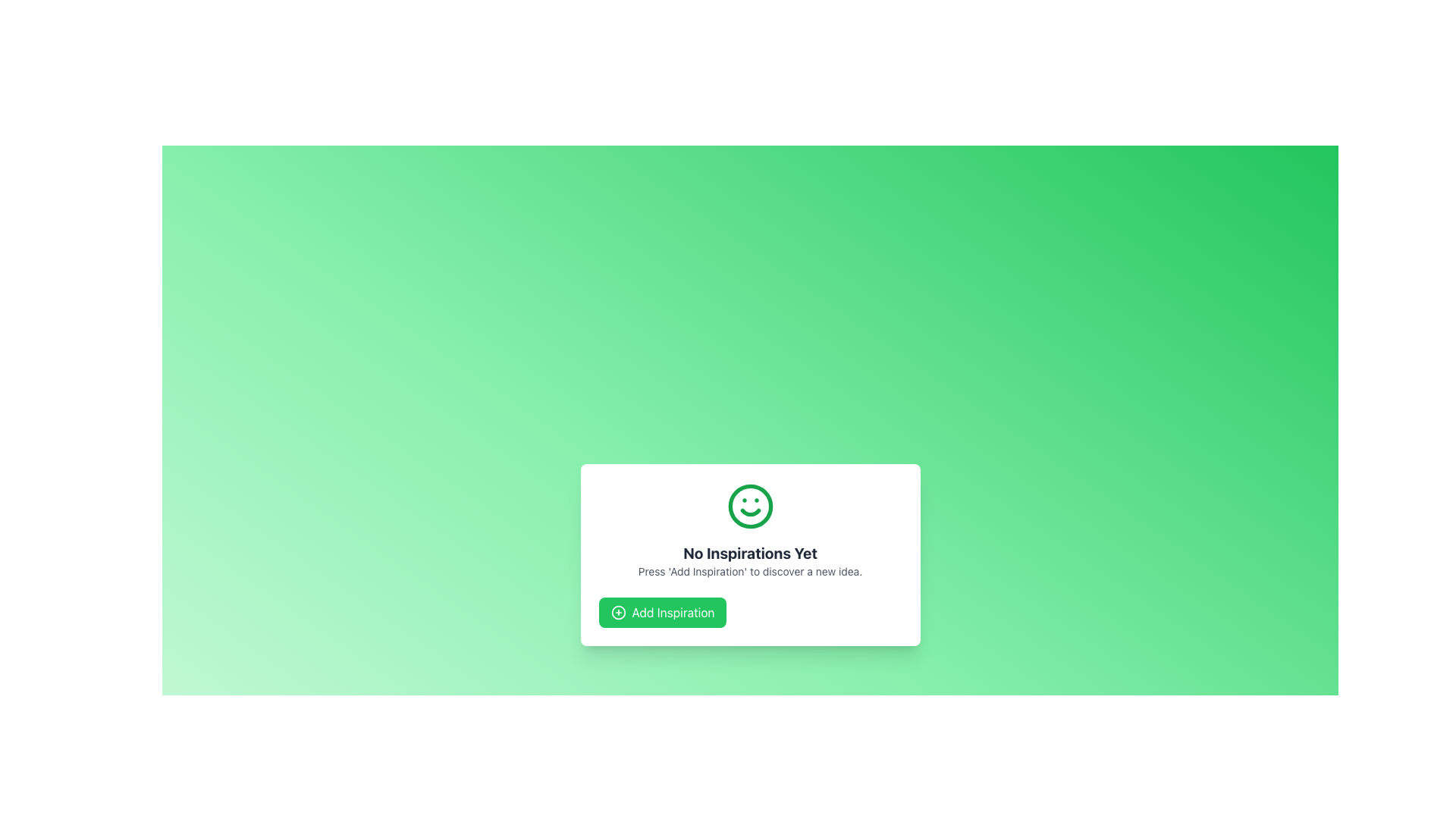 The height and width of the screenshot is (819, 1456). What do you see at coordinates (750, 506) in the screenshot?
I see `the decorative graphic icon located above the text 'No Inspirations Yet' within the centered card` at bounding box center [750, 506].